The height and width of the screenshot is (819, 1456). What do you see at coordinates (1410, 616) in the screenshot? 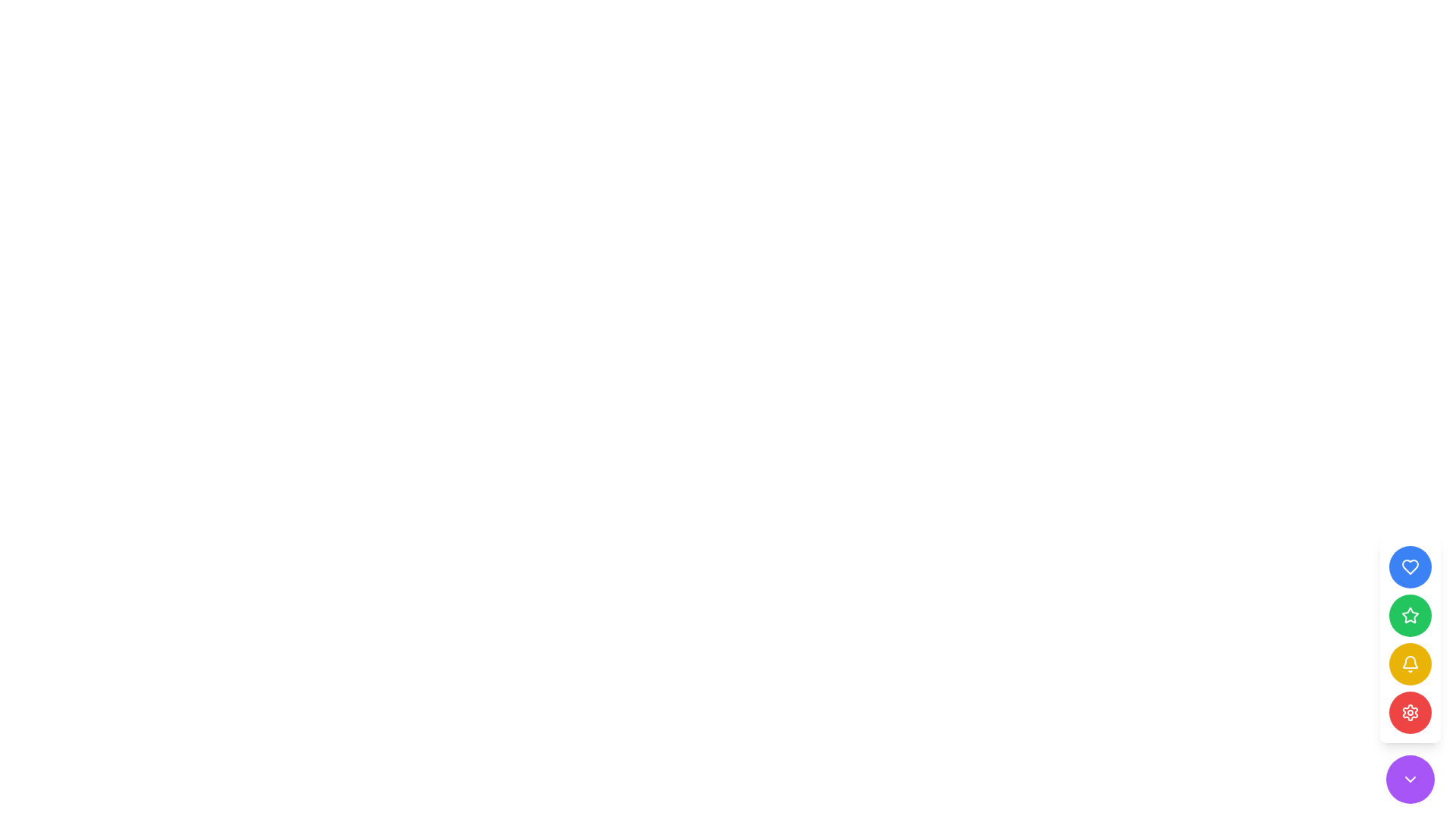
I see `the green circular button with a white star icon located as the third button in a vertical stack on the far right` at bounding box center [1410, 616].